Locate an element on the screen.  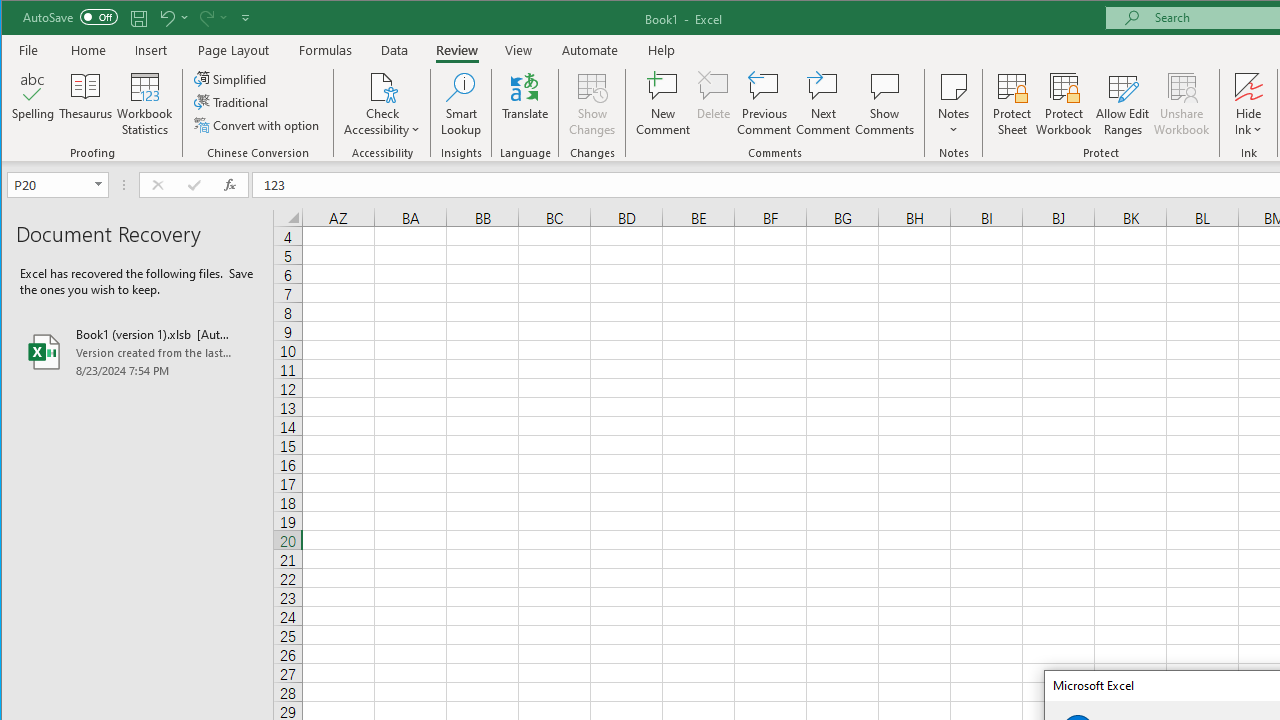
'Check Accessibility' is located at coordinates (382, 104).